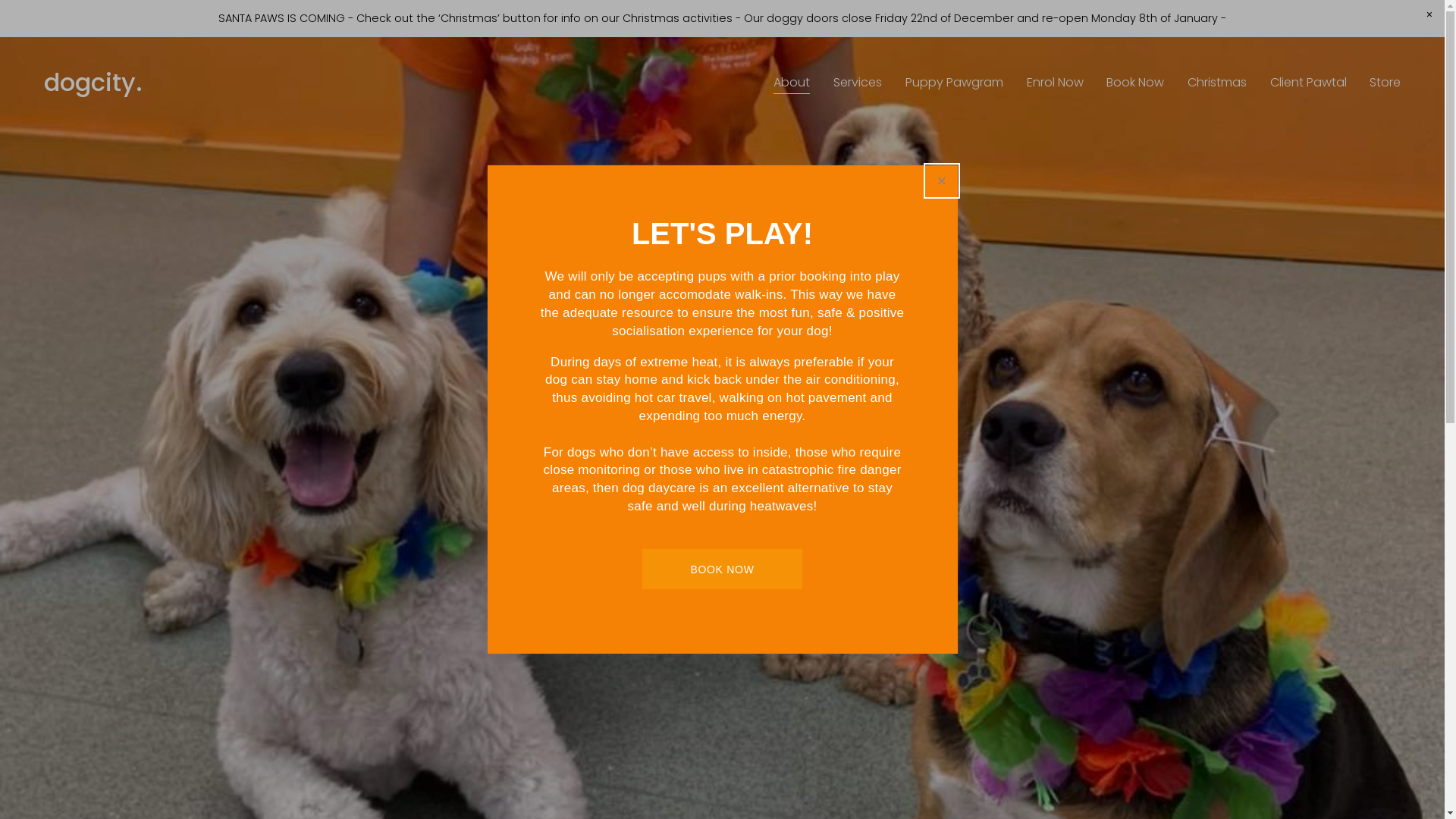 The image size is (1456, 819). I want to click on 'About', so click(790, 83).